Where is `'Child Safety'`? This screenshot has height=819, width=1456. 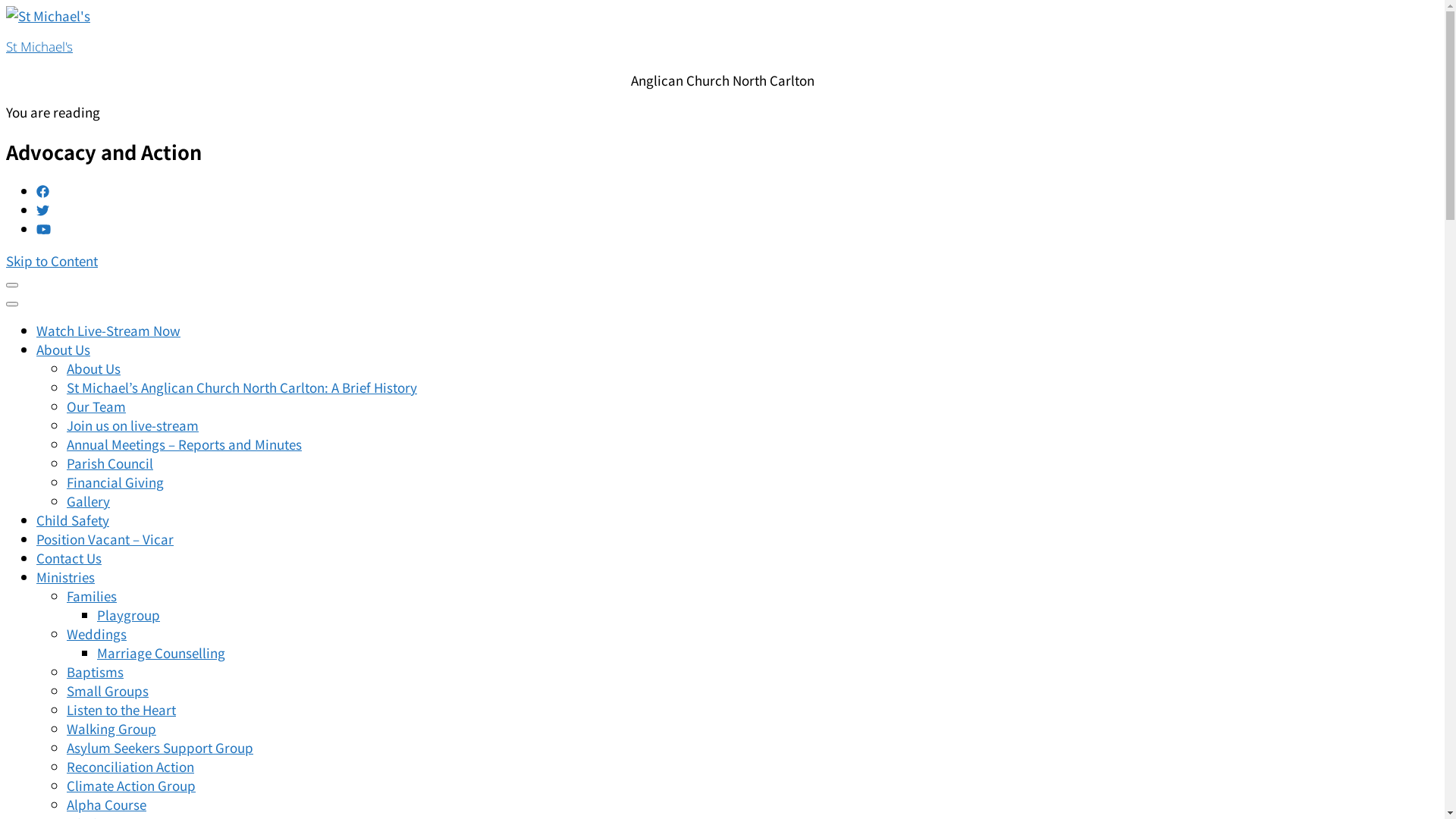
'Child Safety' is located at coordinates (72, 519).